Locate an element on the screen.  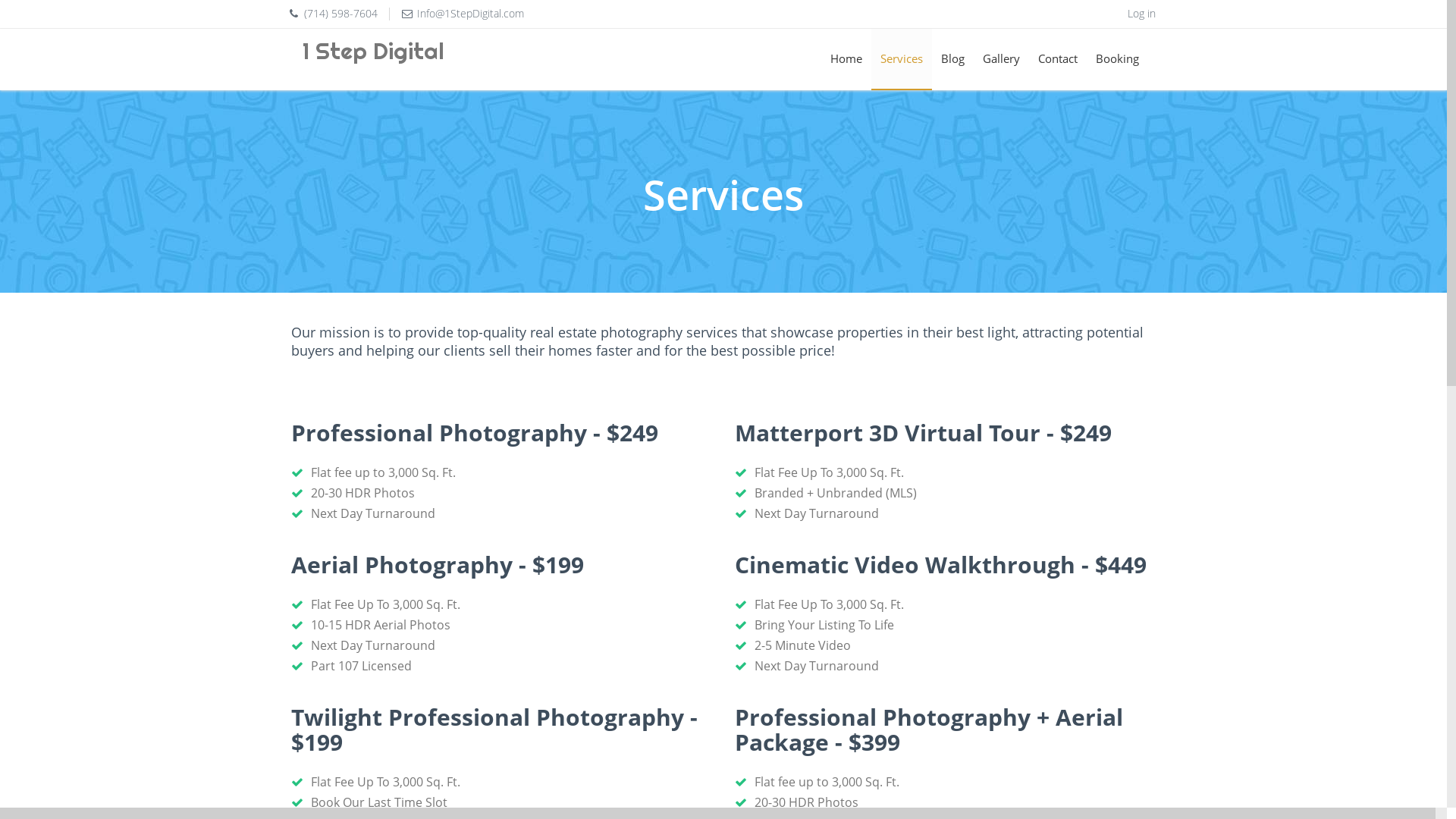
'Home' is located at coordinates (846, 58).